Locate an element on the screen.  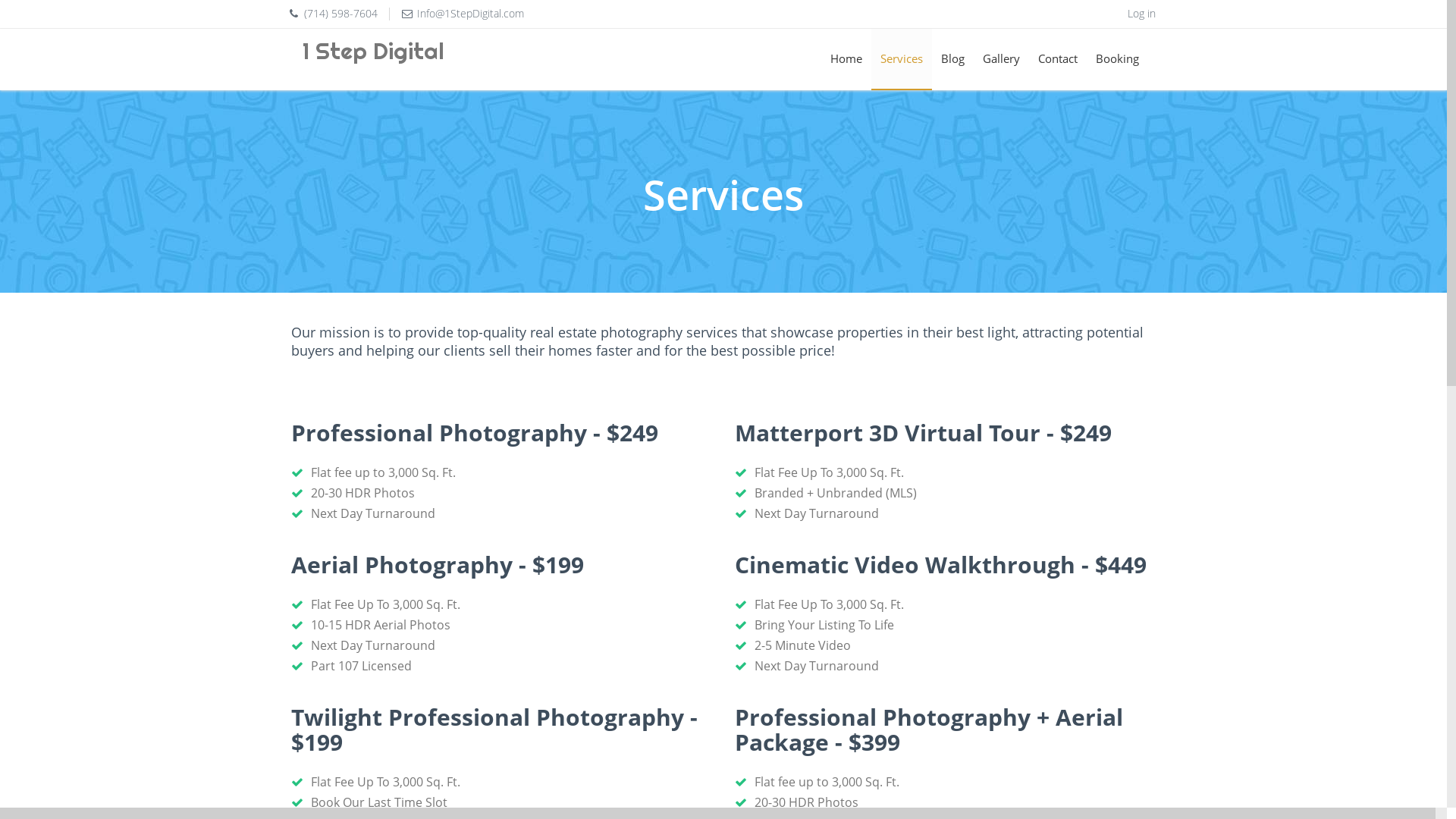
'Home' is located at coordinates (846, 58).